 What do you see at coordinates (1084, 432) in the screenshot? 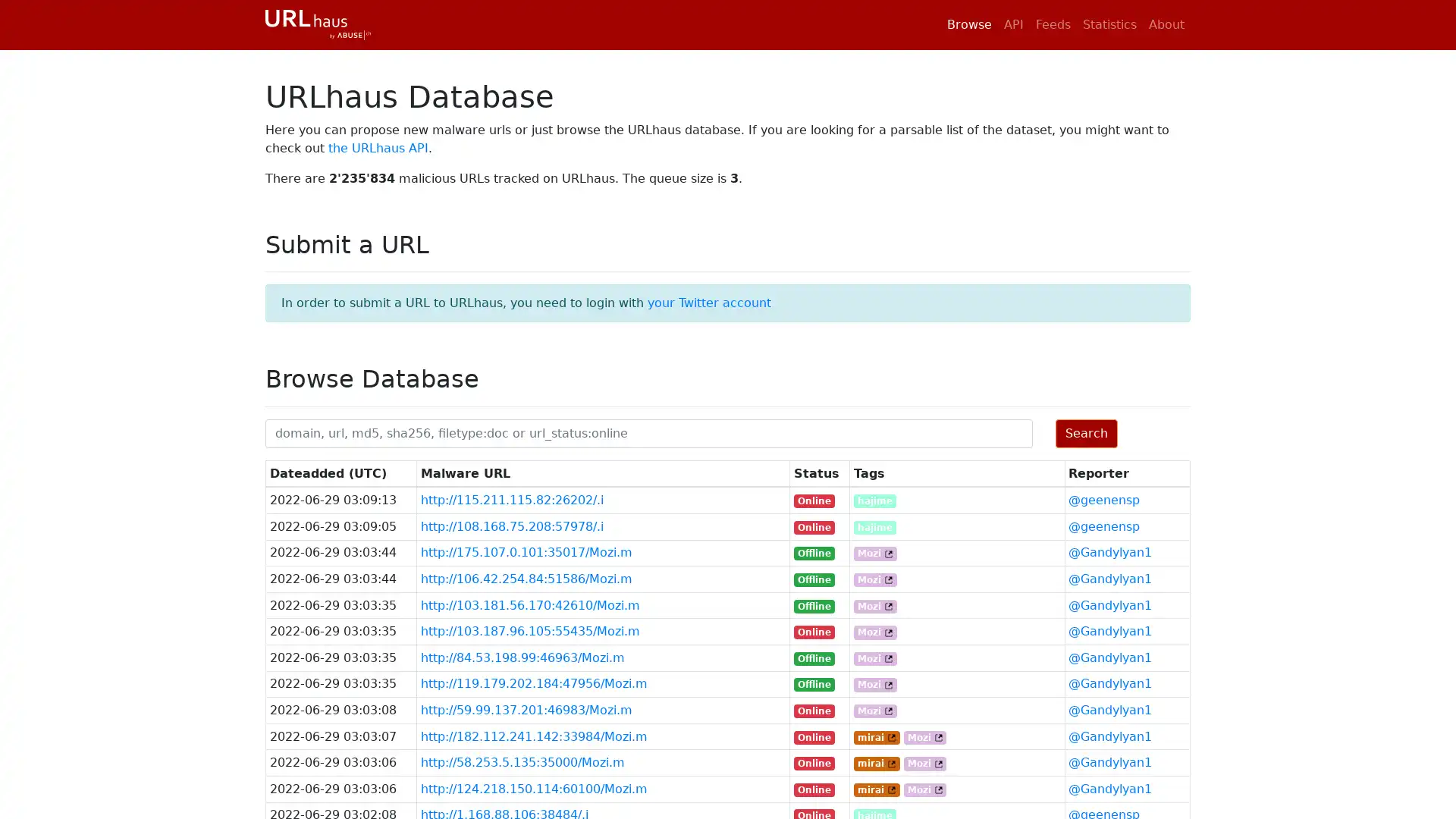
I see `Search` at bounding box center [1084, 432].